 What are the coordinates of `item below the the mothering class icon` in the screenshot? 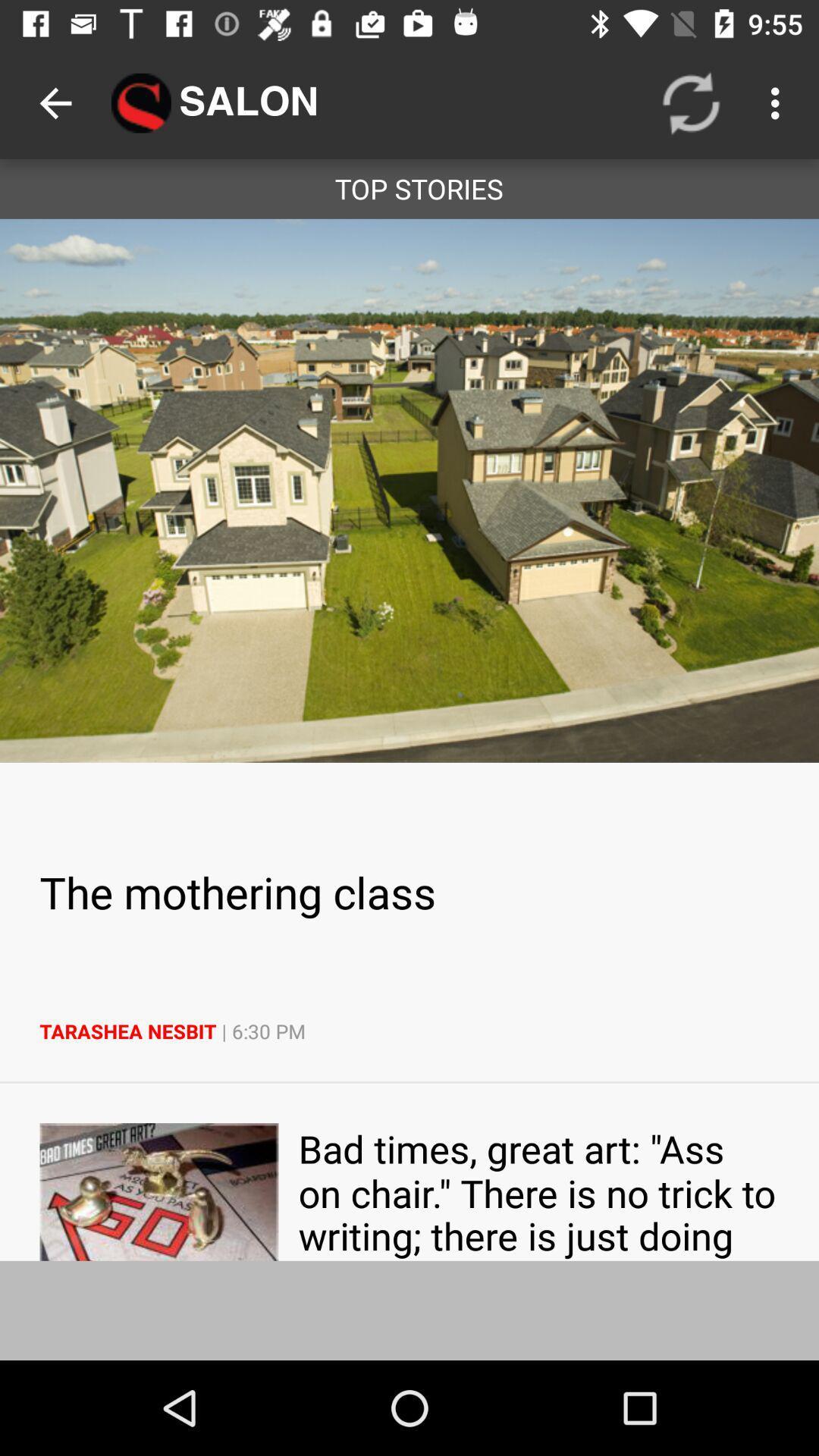 It's located at (409, 1031).